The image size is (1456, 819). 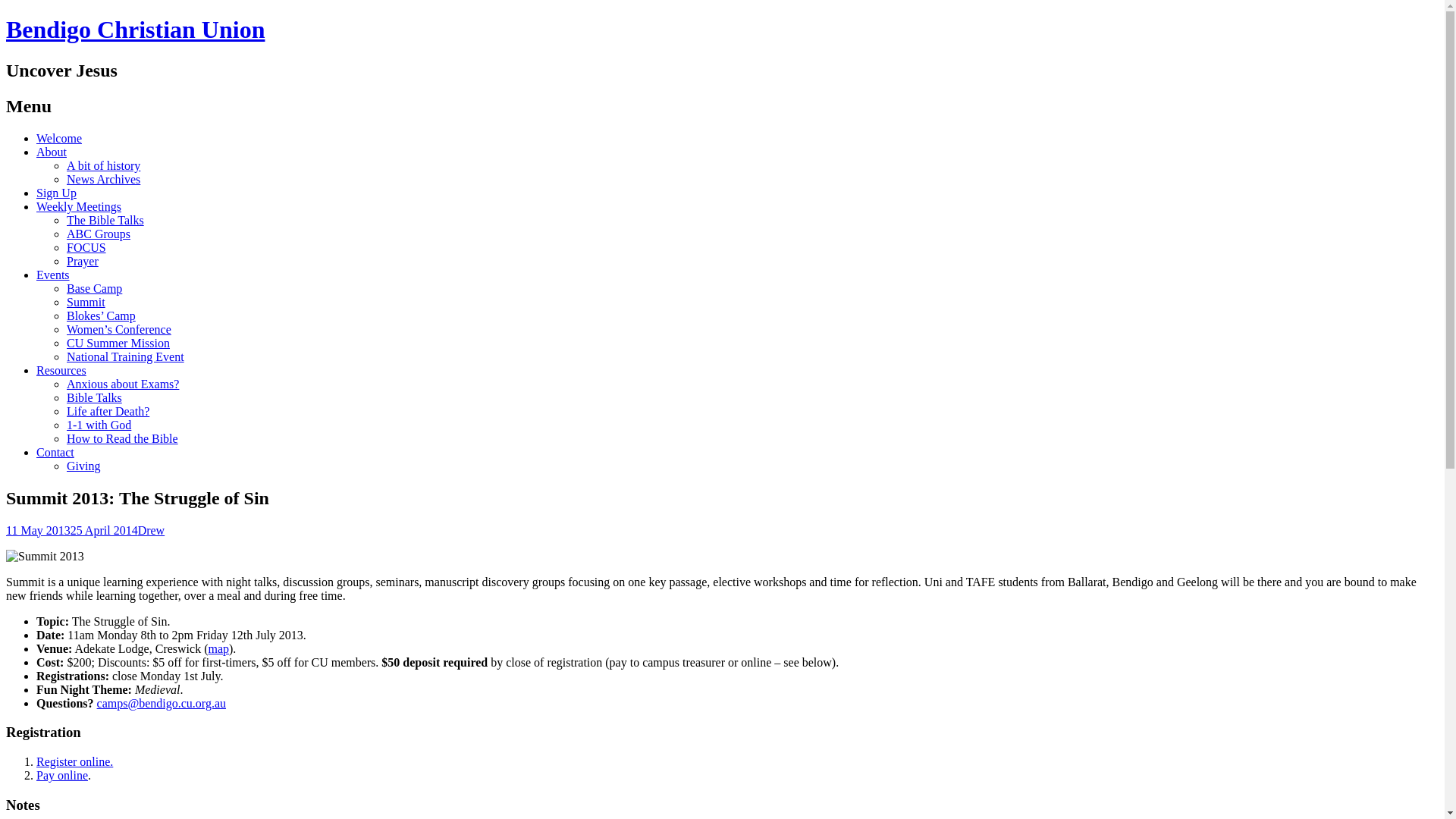 I want to click on 'Welcome', so click(x=36, y=138).